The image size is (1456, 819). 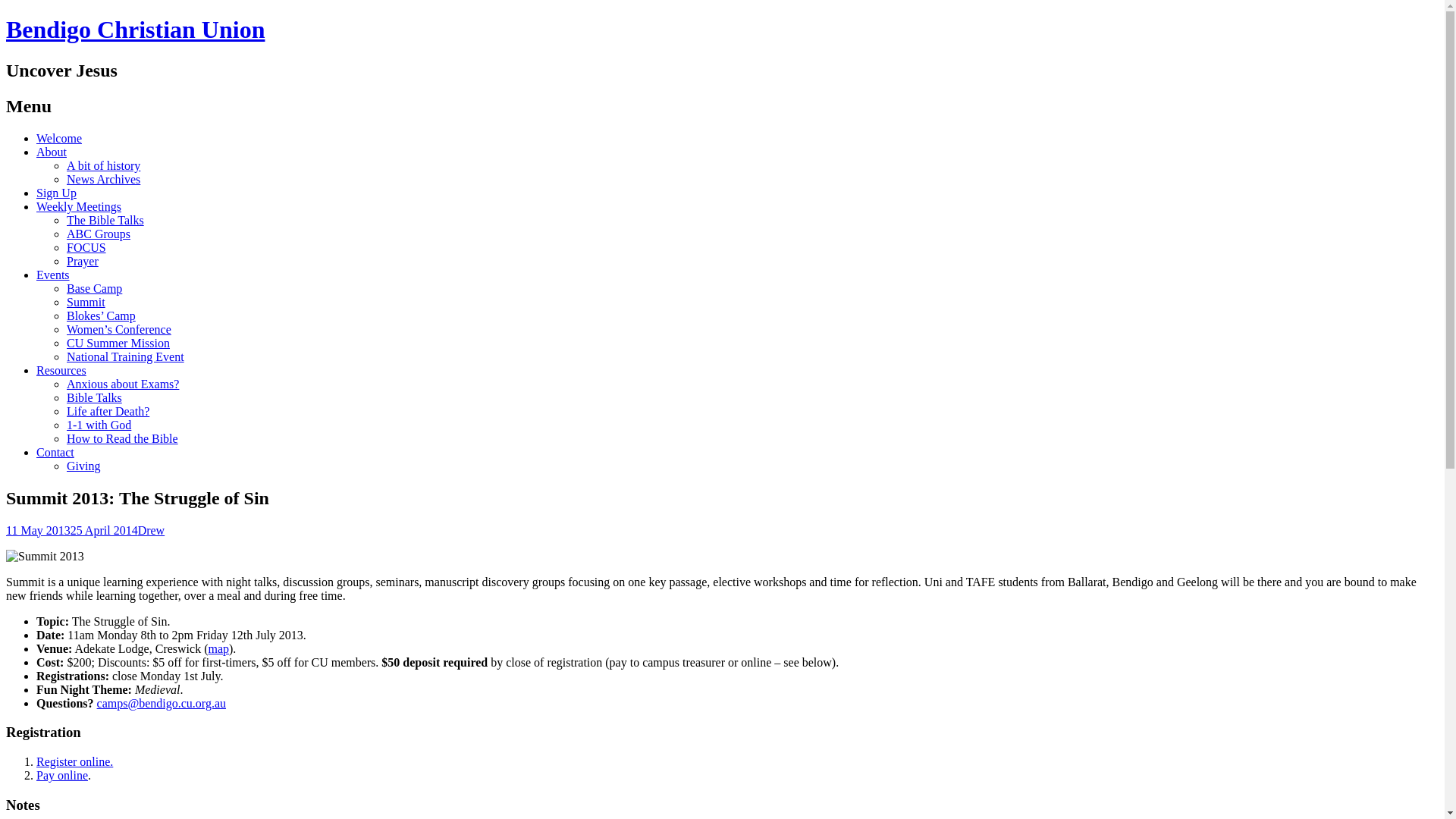 I want to click on 'Welcome', so click(x=36, y=138).